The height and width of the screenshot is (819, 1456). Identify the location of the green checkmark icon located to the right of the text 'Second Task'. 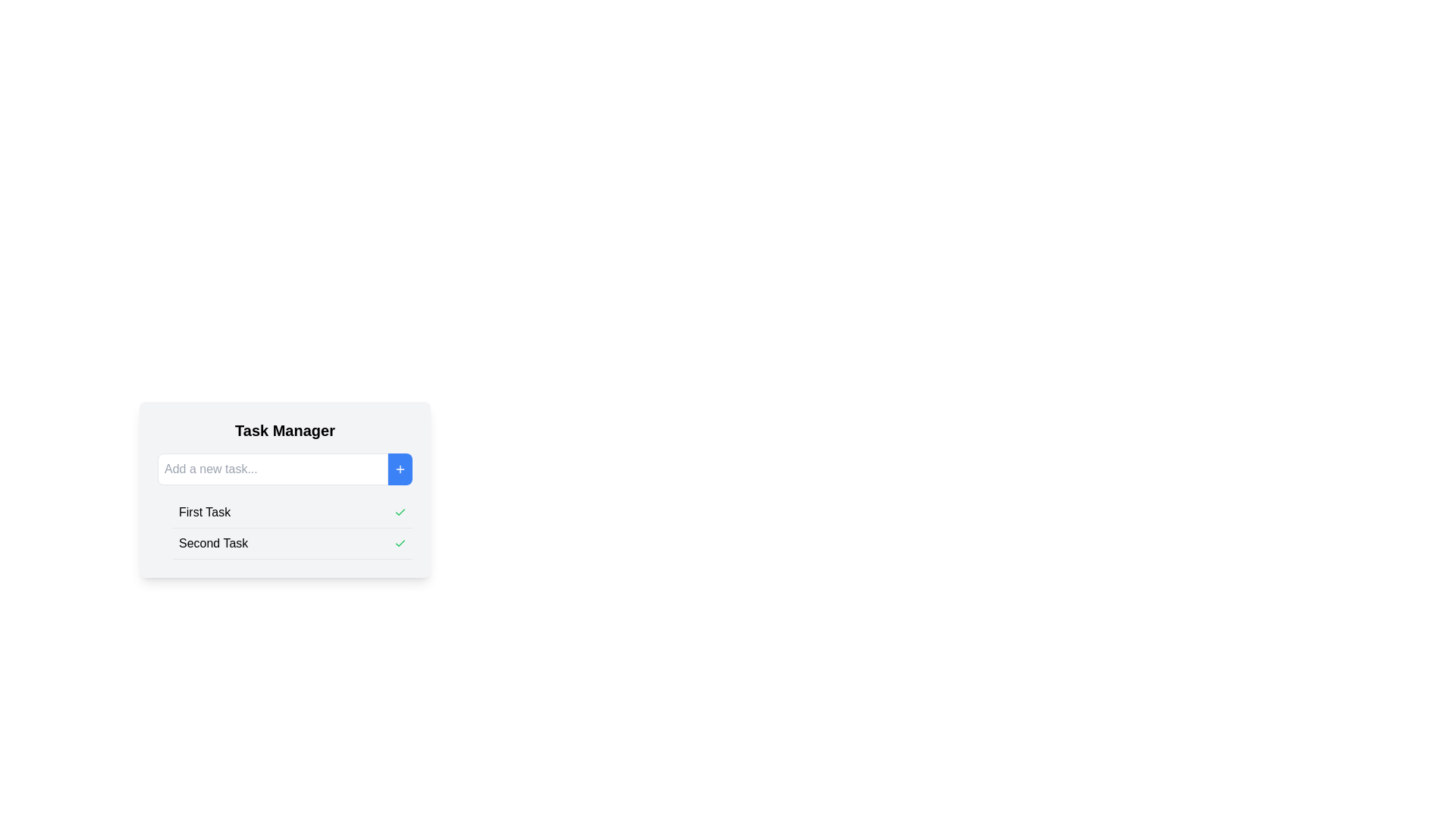
(400, 543).